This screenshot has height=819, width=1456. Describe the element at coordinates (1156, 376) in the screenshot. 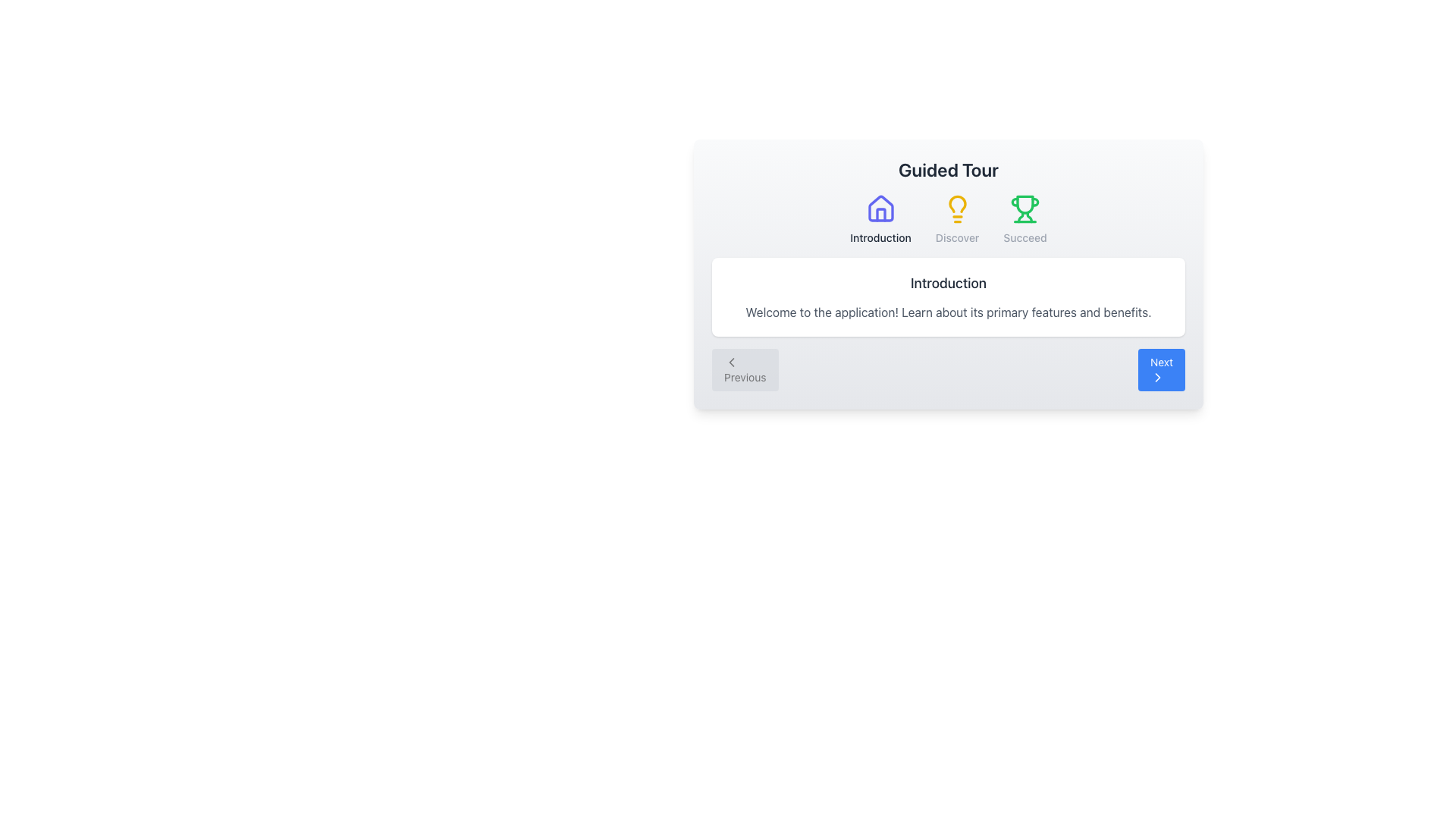

I see `the 'Next' button located in the bottom-right corner of the guided tour interface, which features a small graphical arrow symbol pointing to the right` at that location.